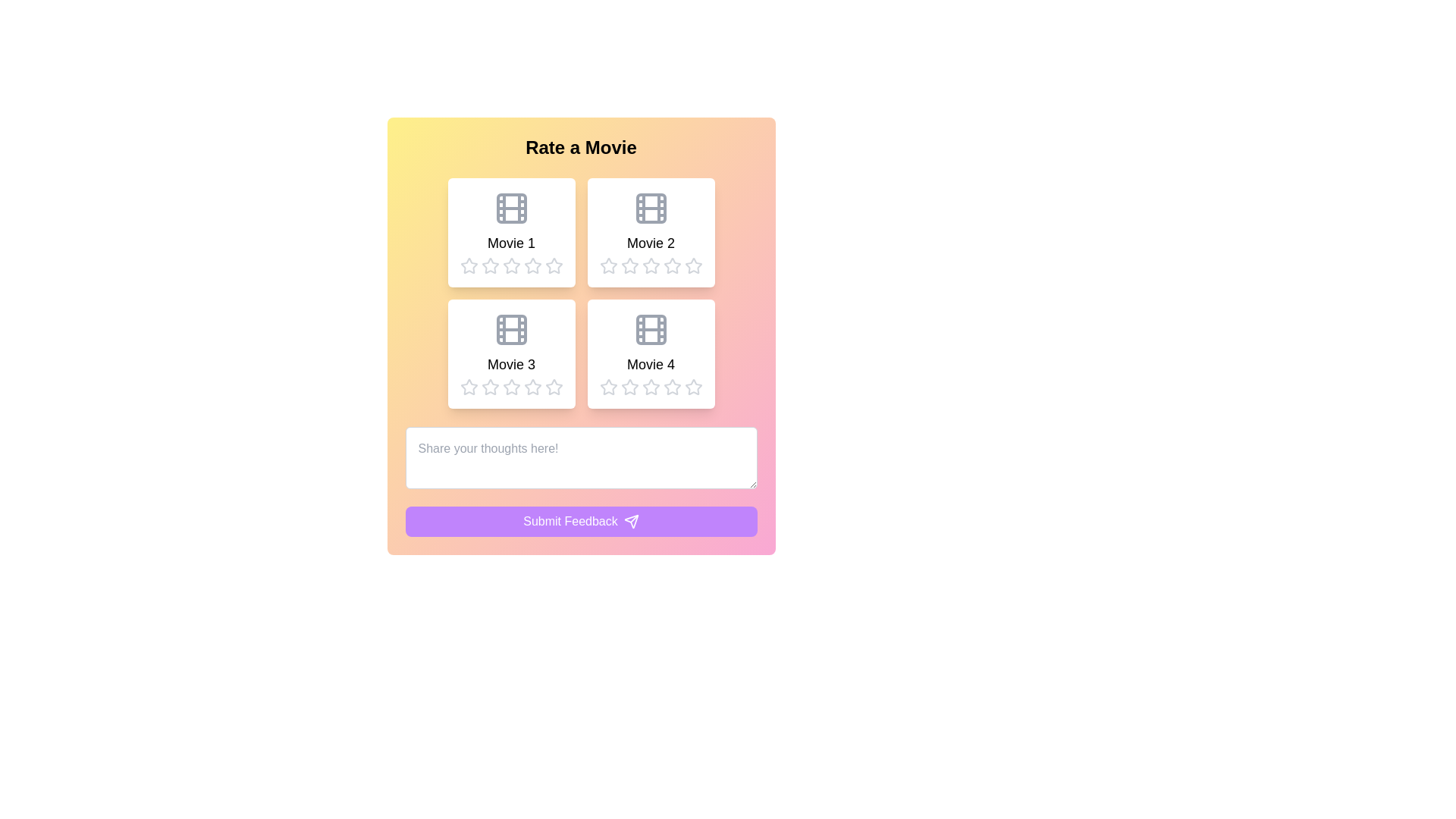 The height and width of the screenshot is (819, 1456). I want to click on the fourth rating star icon for 'Movie 3', so click(511, 386).